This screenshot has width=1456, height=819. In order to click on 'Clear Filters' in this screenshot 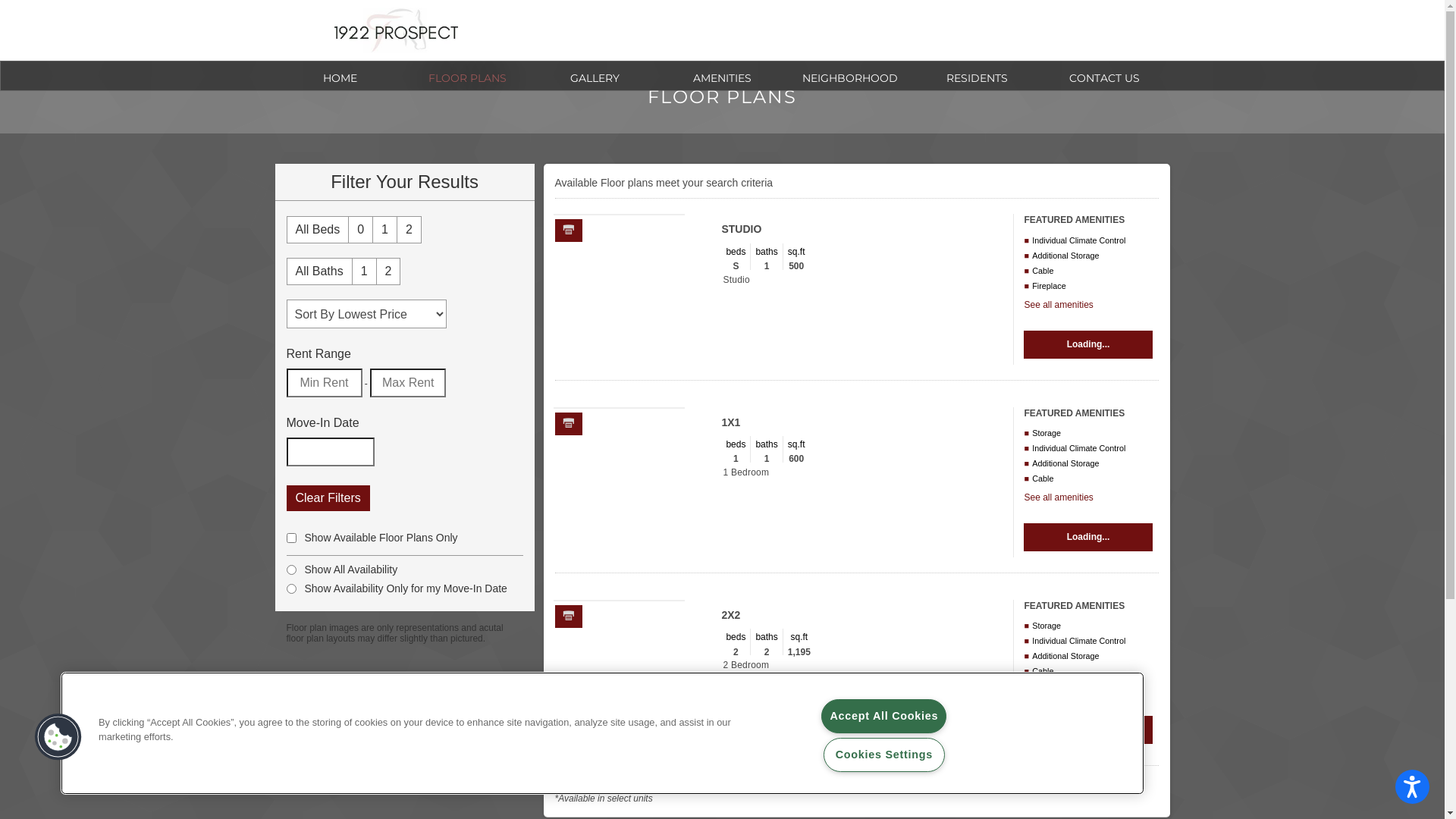, I will do `click(287, 497)`.